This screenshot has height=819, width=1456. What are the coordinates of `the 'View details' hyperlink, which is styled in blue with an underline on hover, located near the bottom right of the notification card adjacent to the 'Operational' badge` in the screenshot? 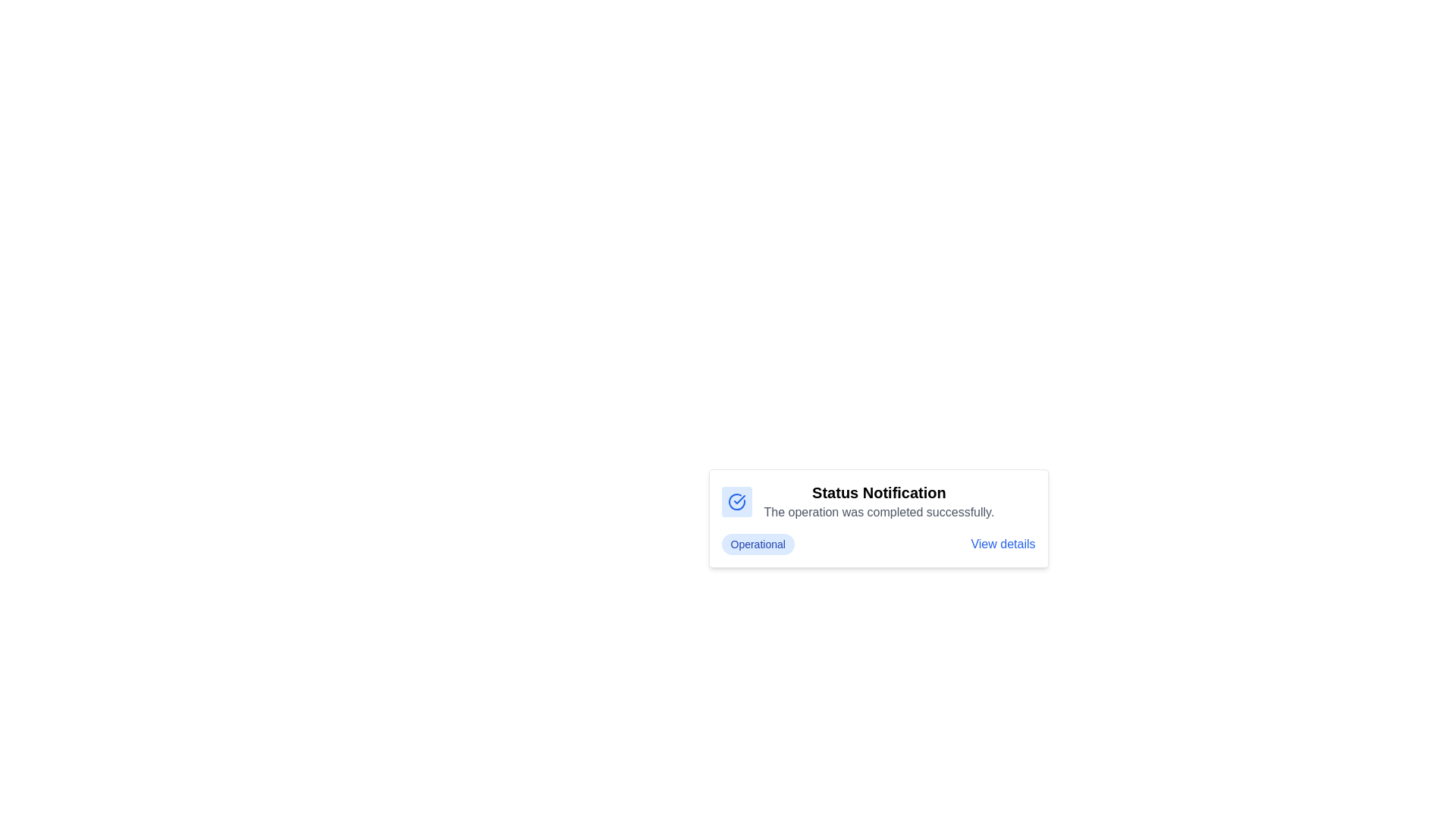 It's located at (1003, 543).